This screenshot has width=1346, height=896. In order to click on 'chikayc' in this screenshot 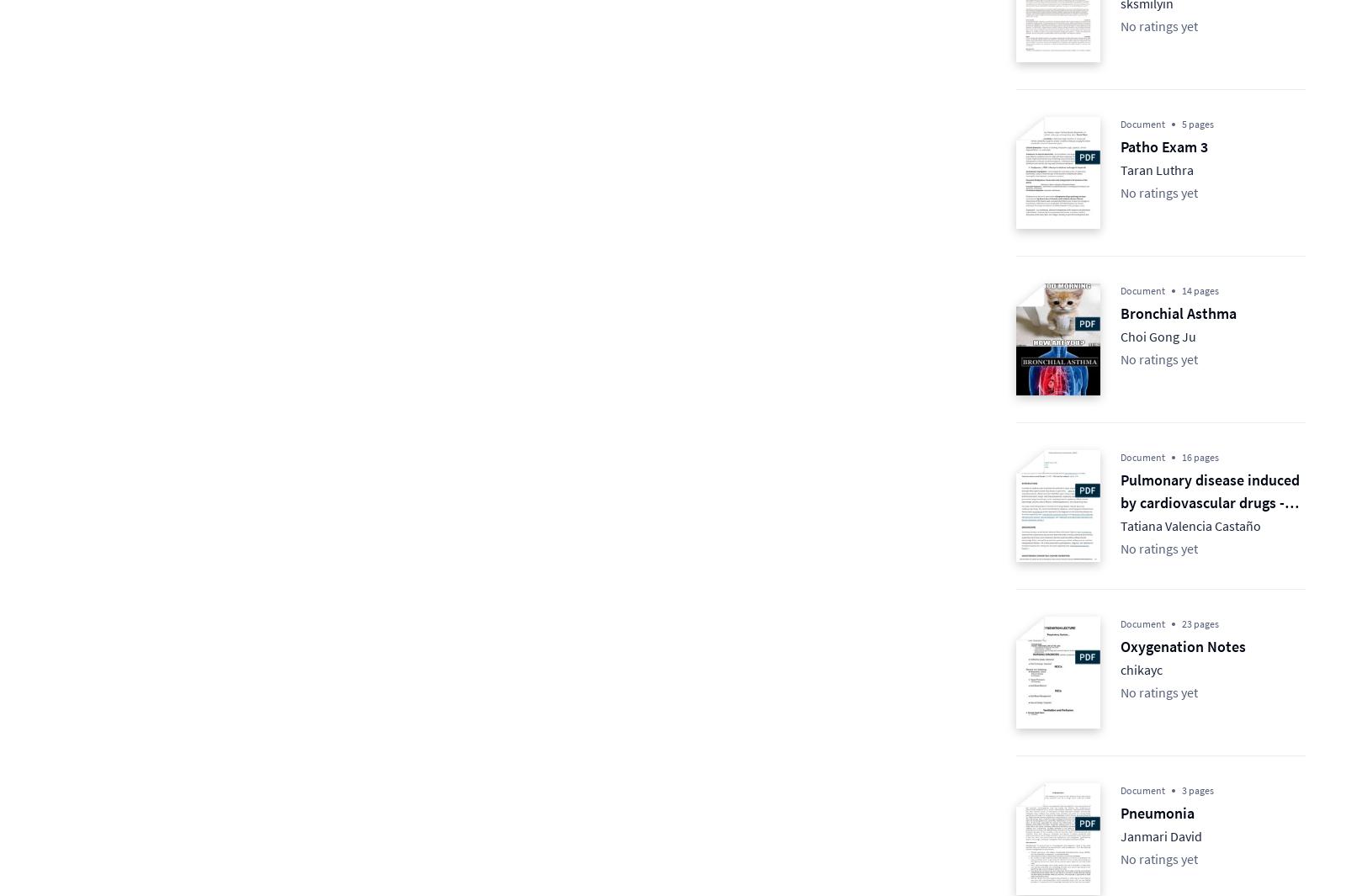, I will do `click(1140, 669)`.